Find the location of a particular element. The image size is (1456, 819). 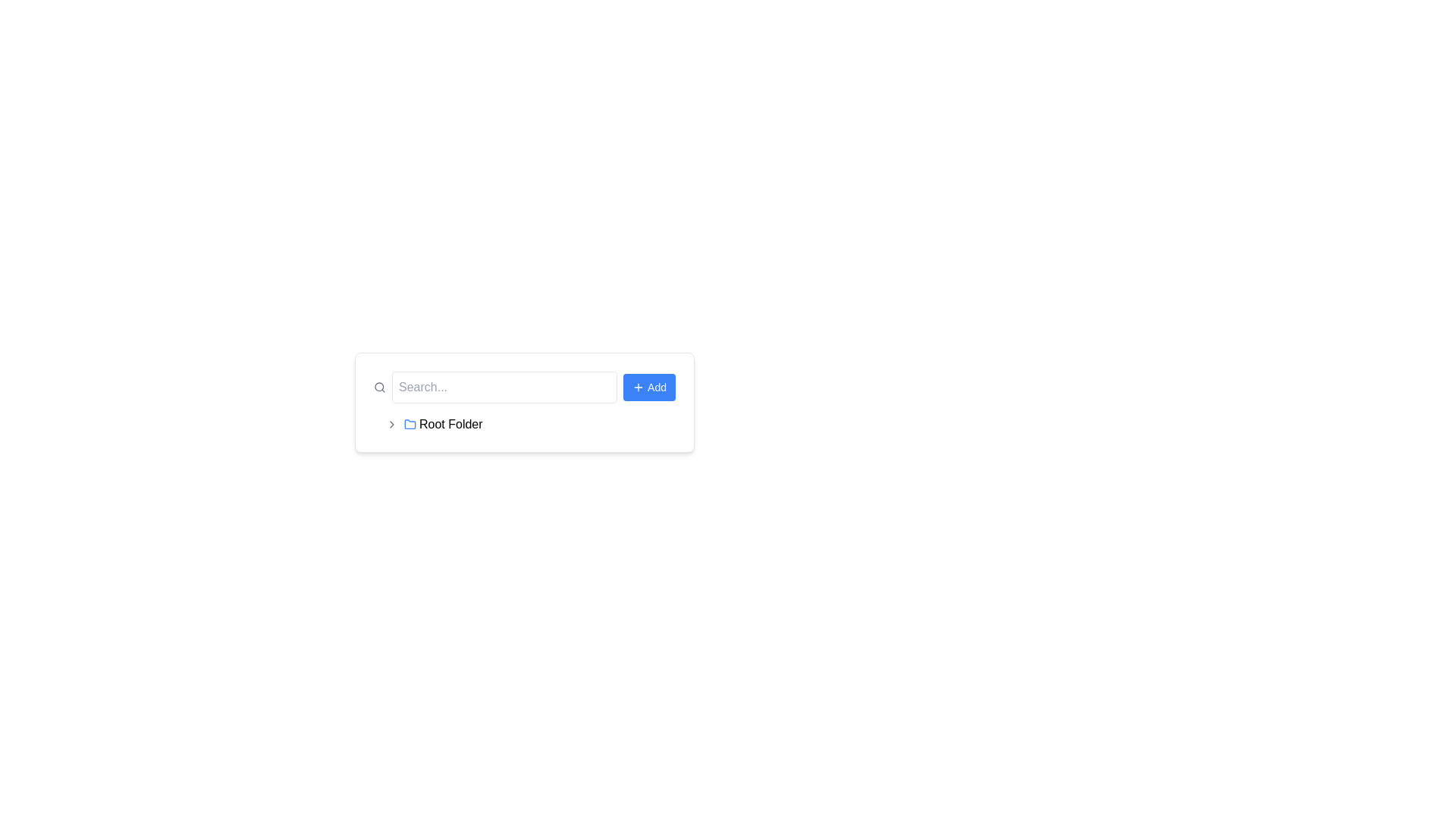

the 'Root Folder' label with an icon is located at coordinates (442, 424).